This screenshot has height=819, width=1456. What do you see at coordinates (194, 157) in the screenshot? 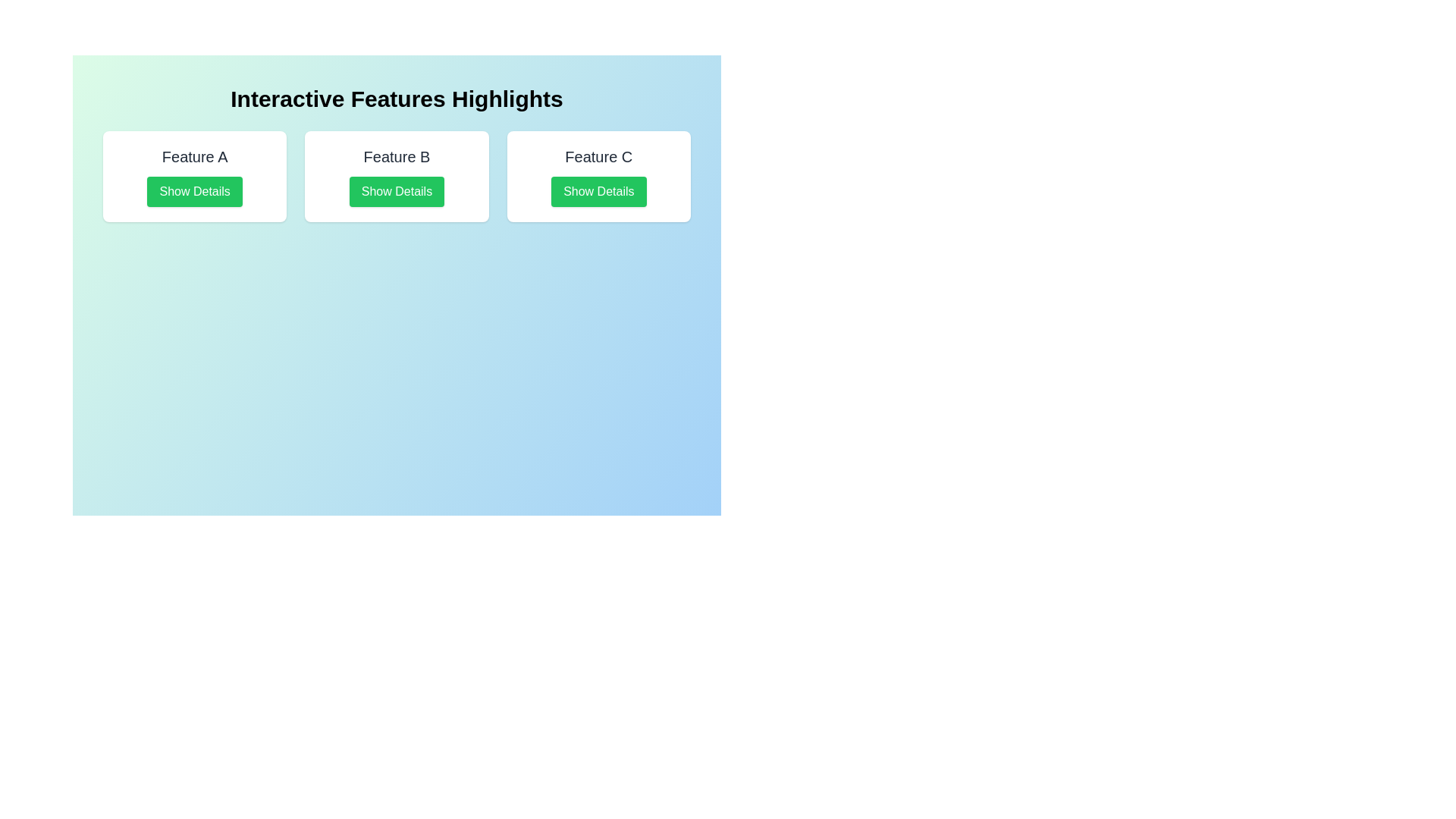
I see `the text label that serves as the title for the feature card, located at the top left of a three-column layout` at bounding box center [194, 157].